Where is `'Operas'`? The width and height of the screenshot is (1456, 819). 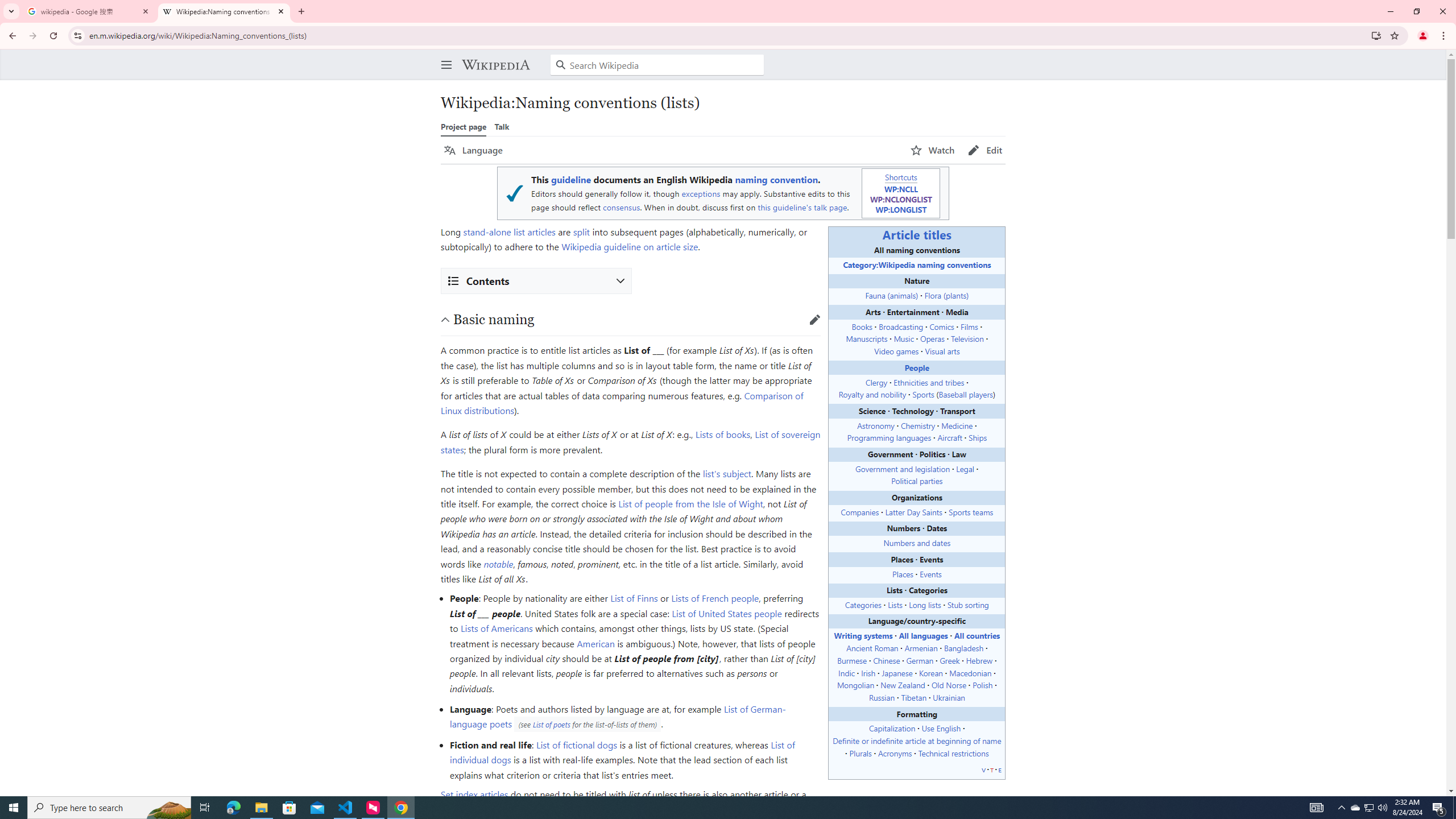
'Operas' is located at coordinates (932, 338).